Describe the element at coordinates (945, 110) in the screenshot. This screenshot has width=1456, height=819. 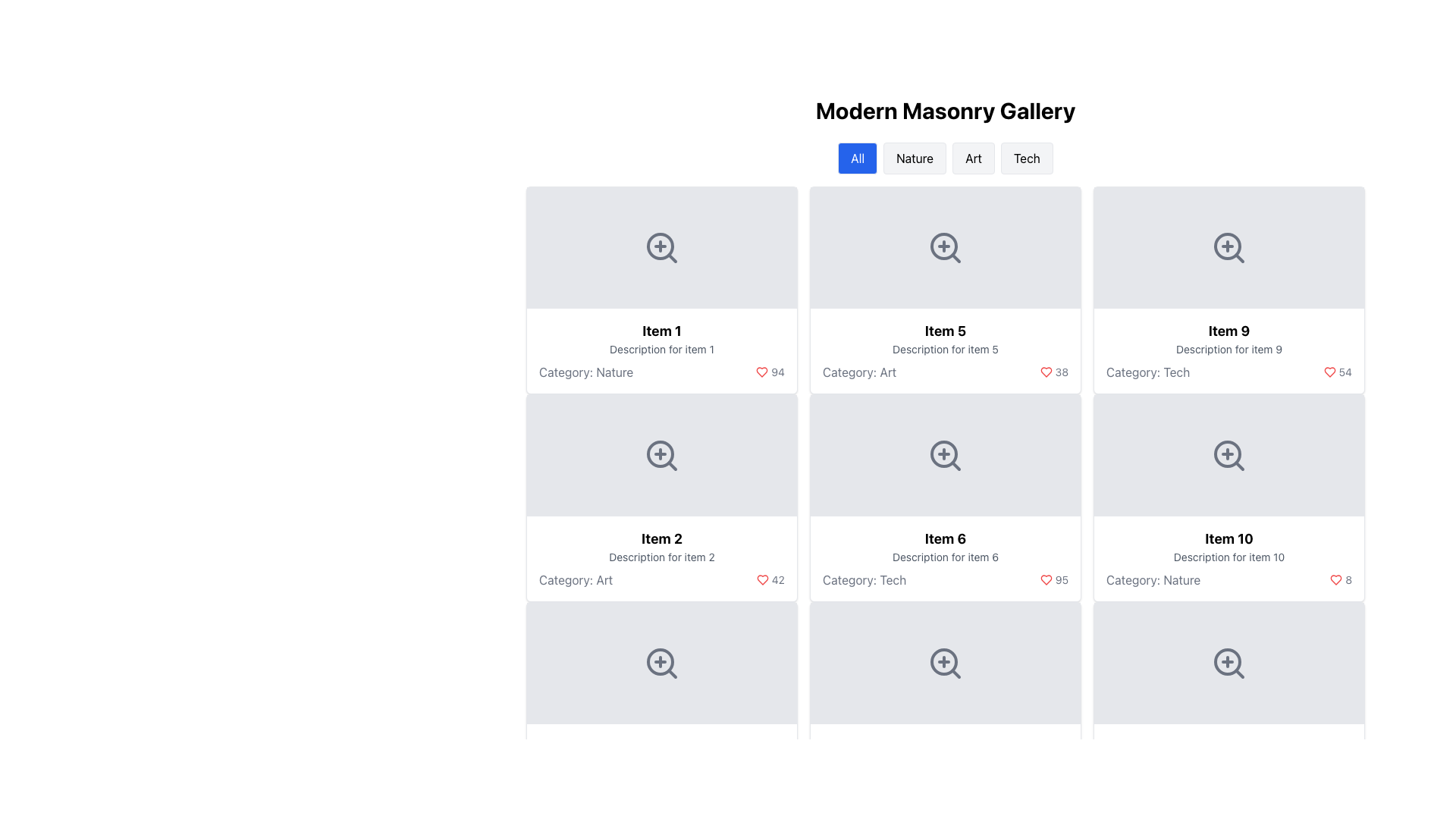
I see `text from the Text Label that serves as the main heading for the content below, located at the top center of its section` at that location.